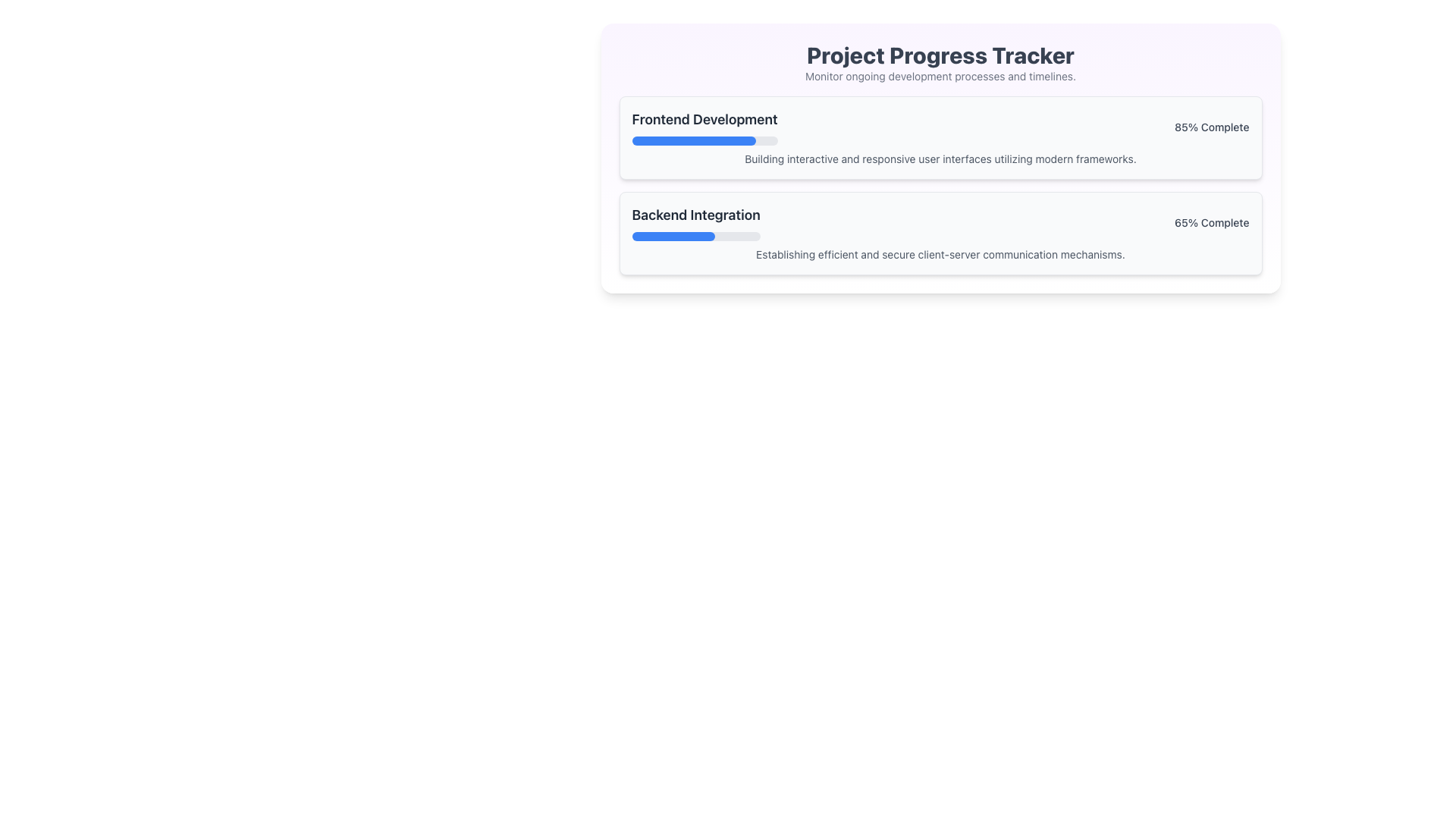 The width and height of the screenshot is (1456, 819). Describe the element at coordinates (940, 62) in the screenshot. I see `the text display component titled 'Project Progress Tracker' which features a subtitle describing the monitoring of ongoing development processes` at that location.